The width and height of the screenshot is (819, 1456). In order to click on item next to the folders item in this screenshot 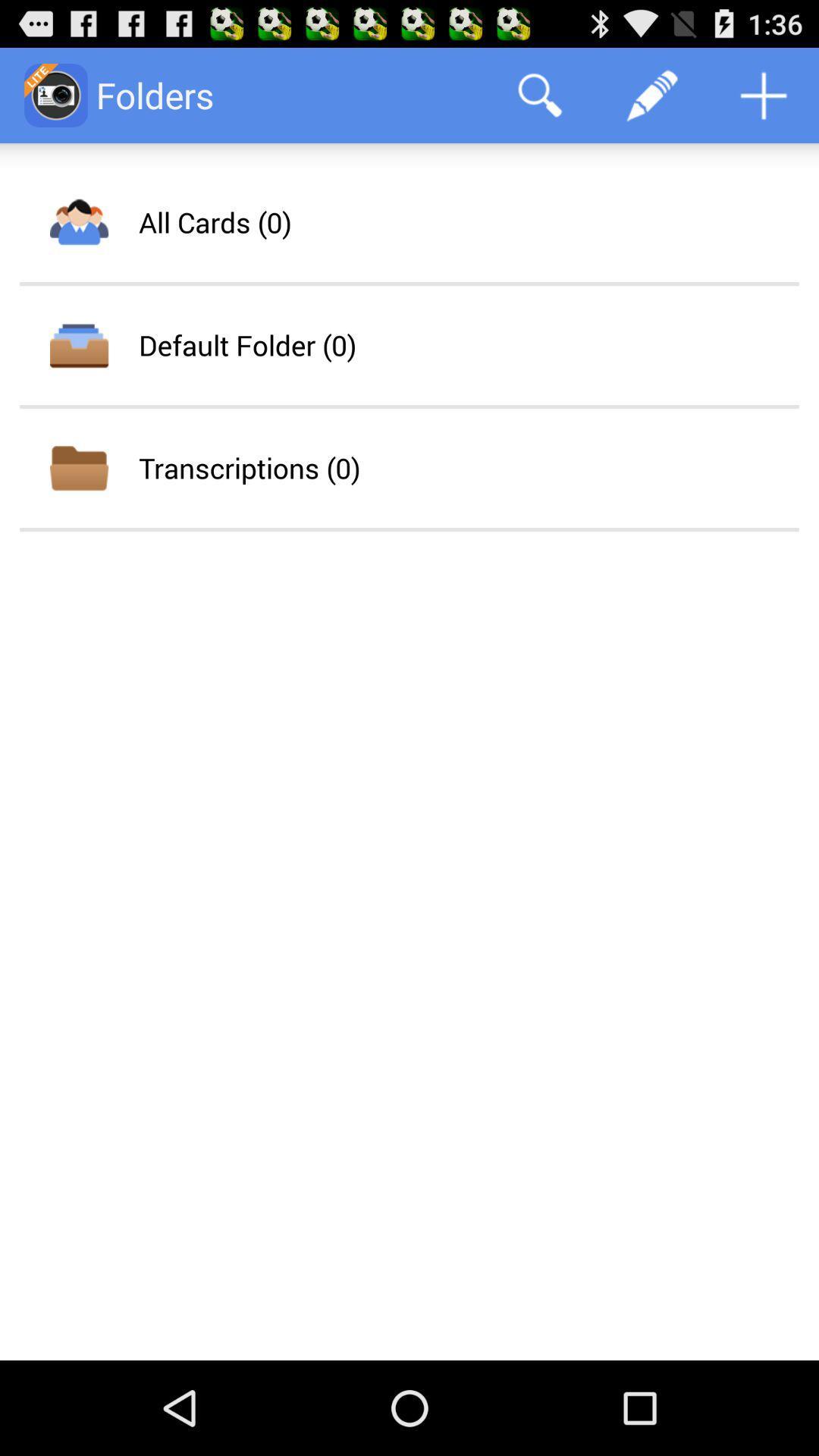, I will do `click(539, 94)`.